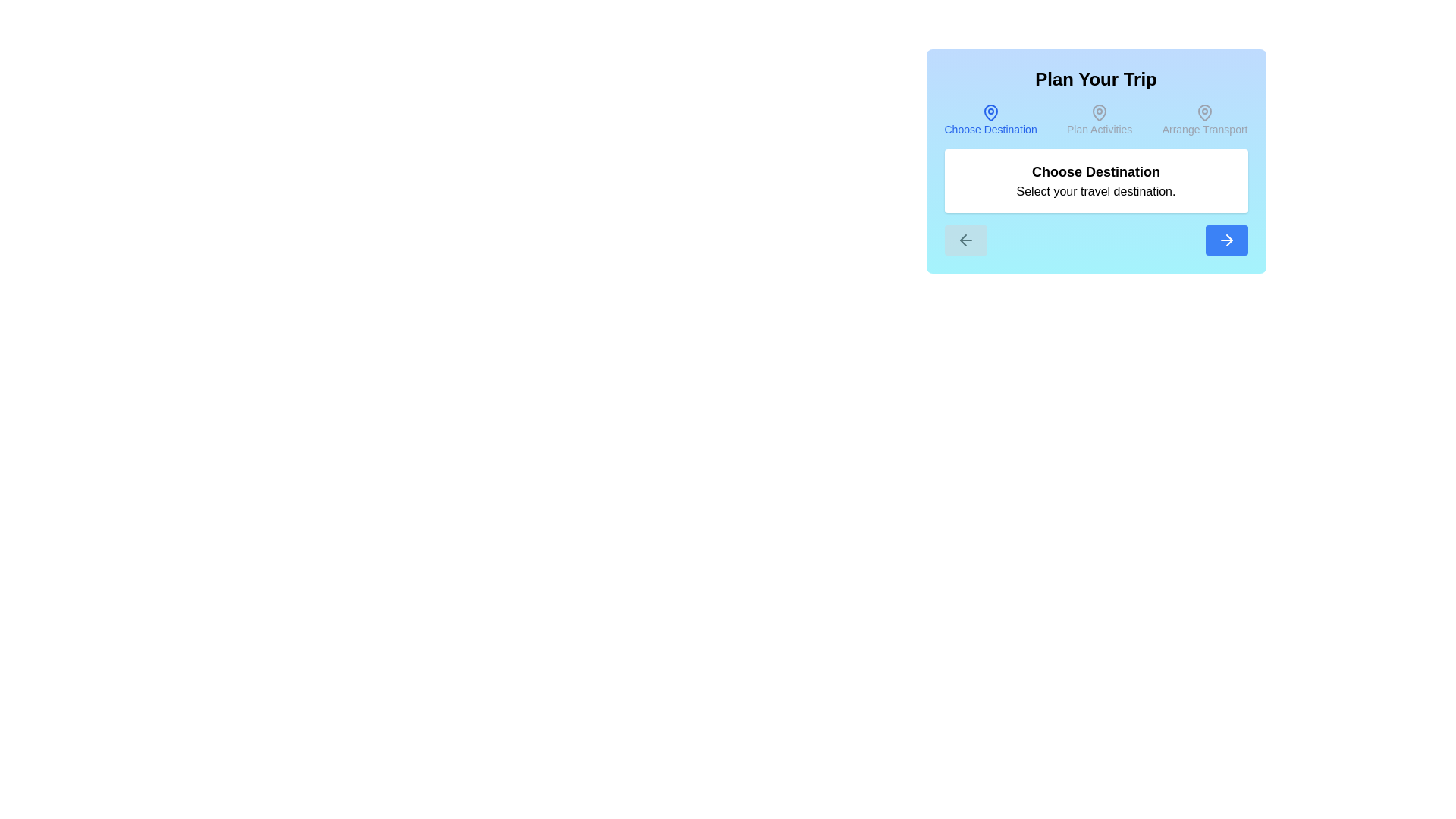 The width and height of the screenshot is (1456, 819). I want to click on the step indicator corresponding to Choose Destination to move to that step, so click(990, 119).